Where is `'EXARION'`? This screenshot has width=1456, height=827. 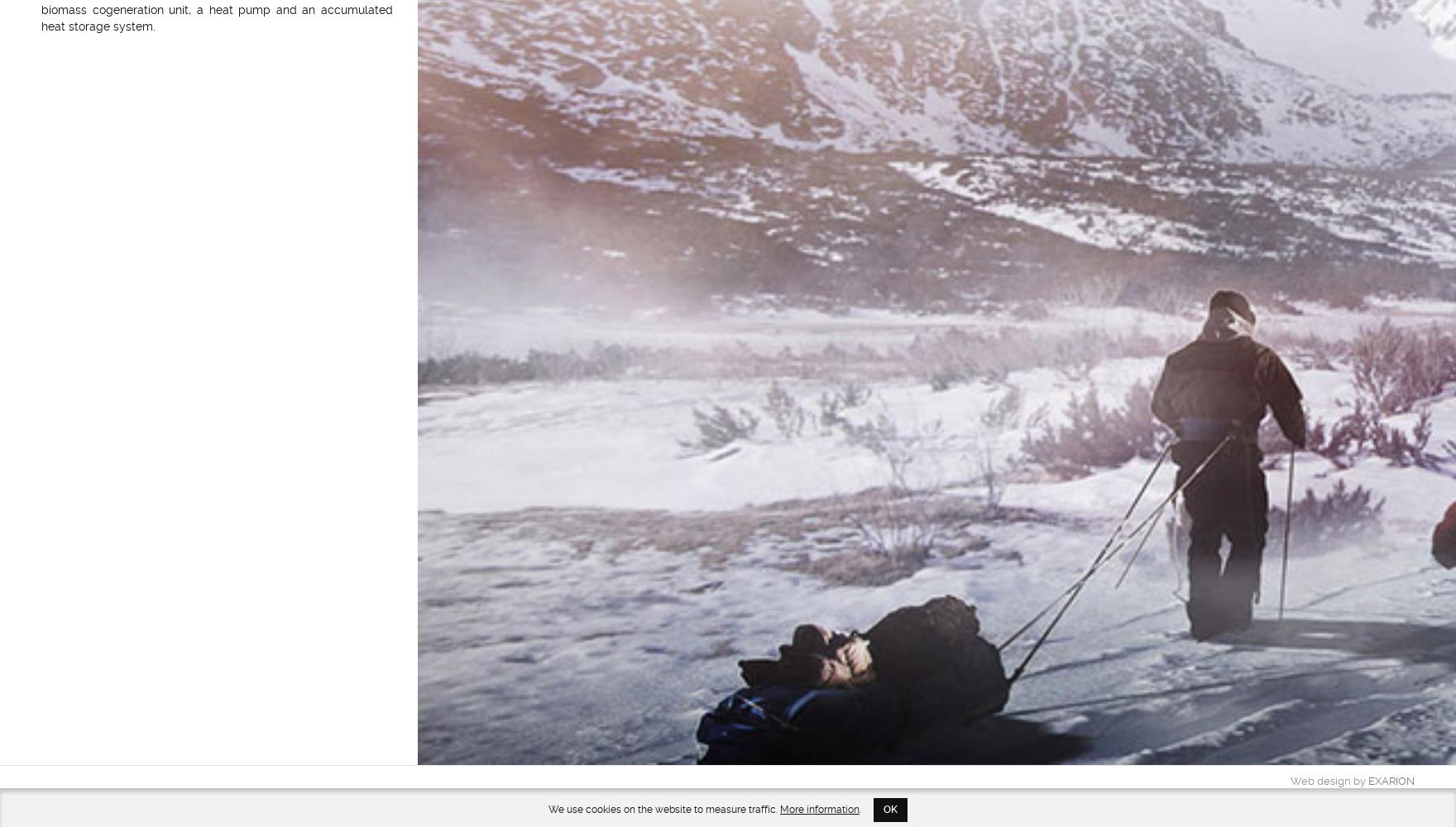
'EXARION' is located at coordinates (1391, 780).